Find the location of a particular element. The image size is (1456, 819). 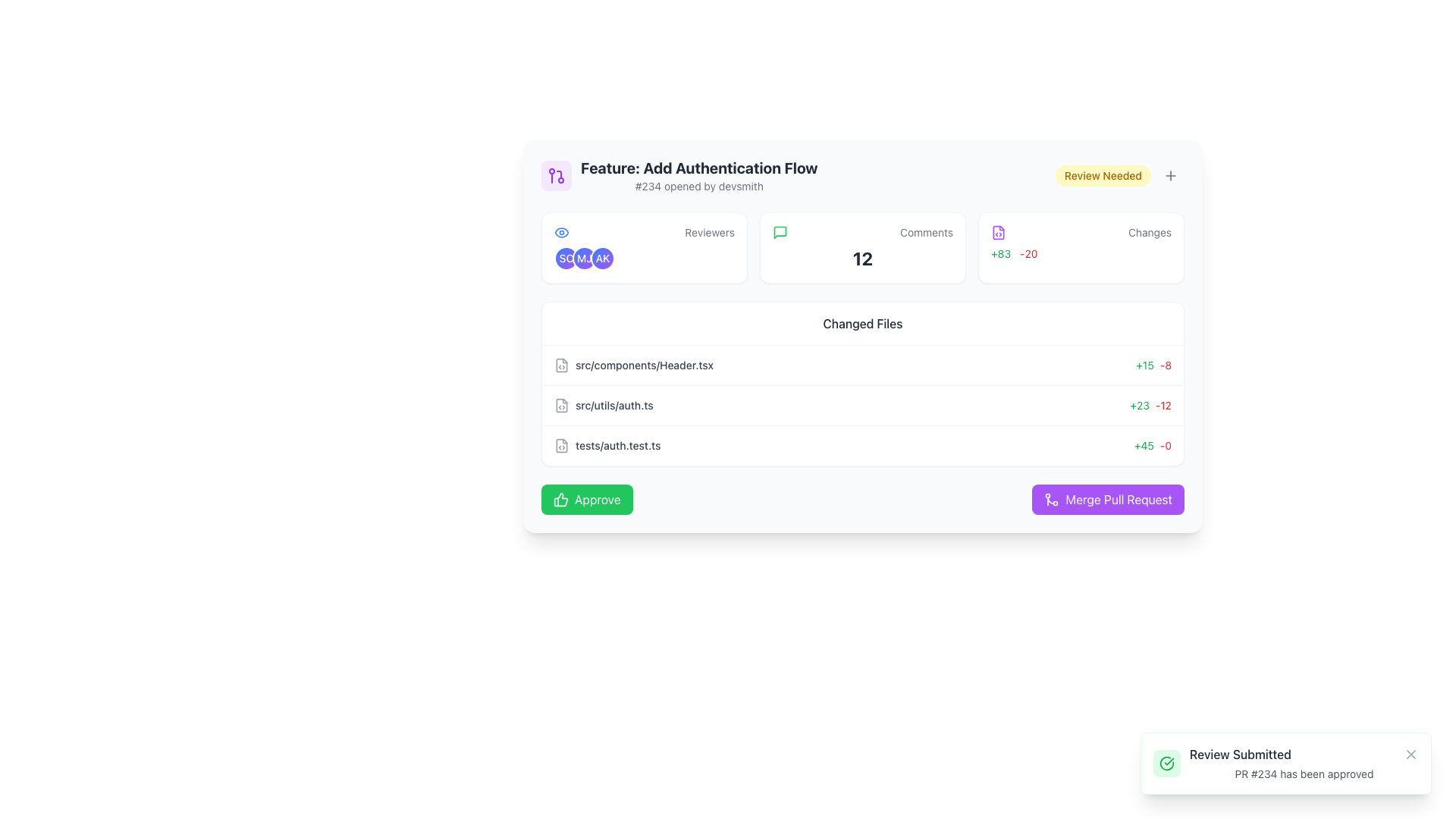

notification text of the Alert notification indicating that PR #234 was approved, located in the bottom-right corner of the interface is located at coordinates (1303, 763).